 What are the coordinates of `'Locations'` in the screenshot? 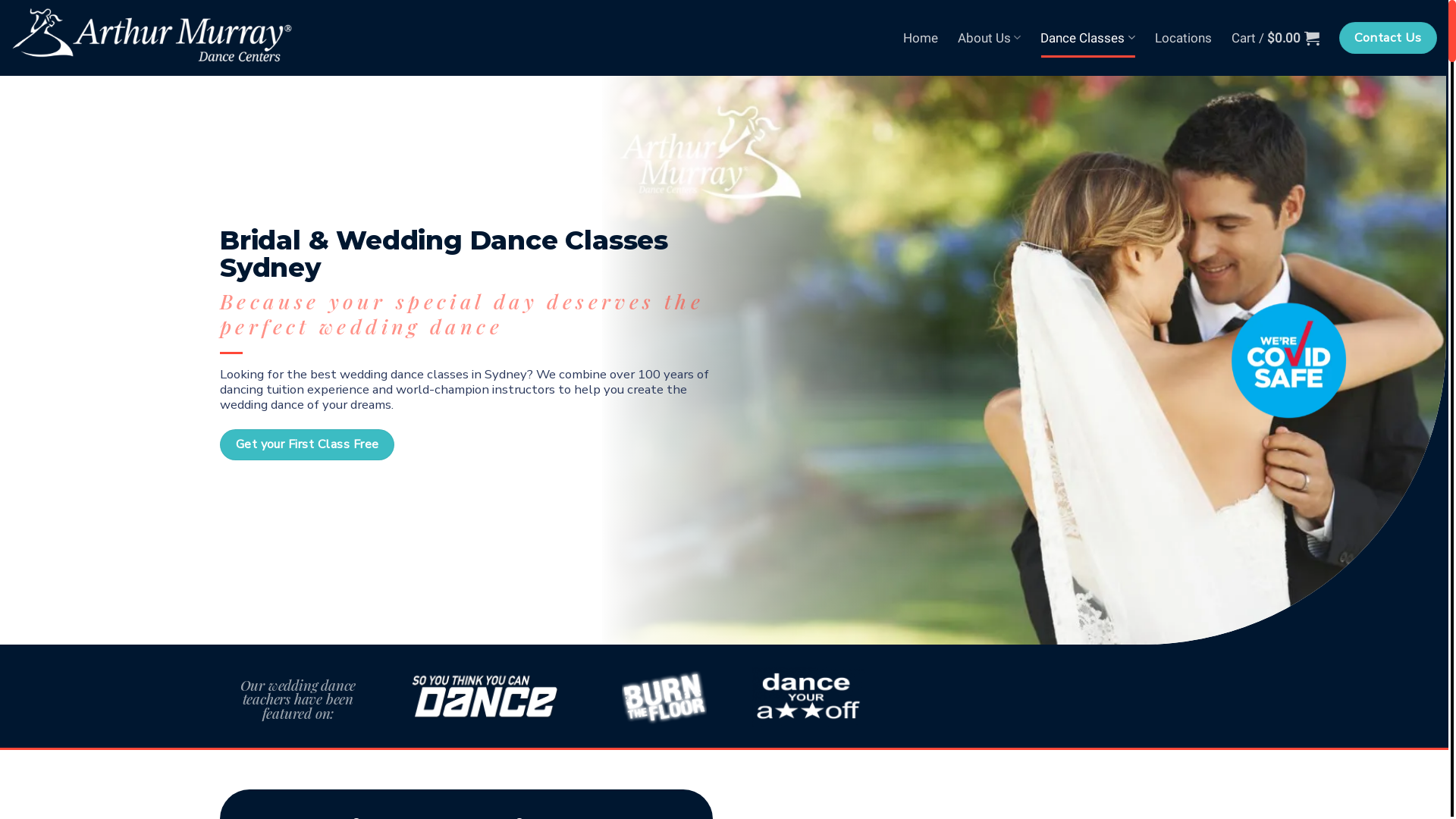 It's located at (1182, 36).